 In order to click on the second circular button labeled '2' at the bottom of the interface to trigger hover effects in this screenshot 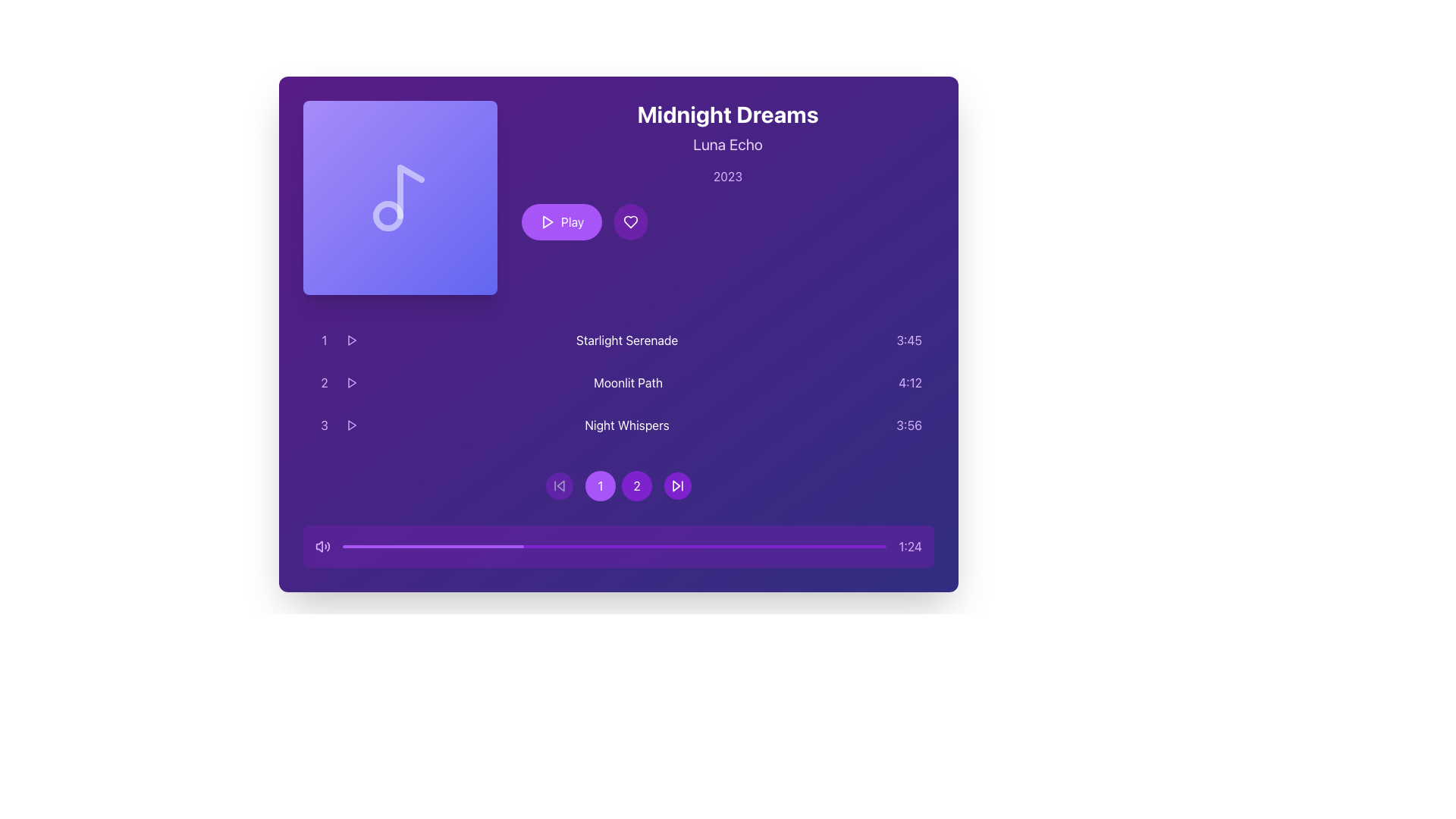, I will do `click(637, 485)`.